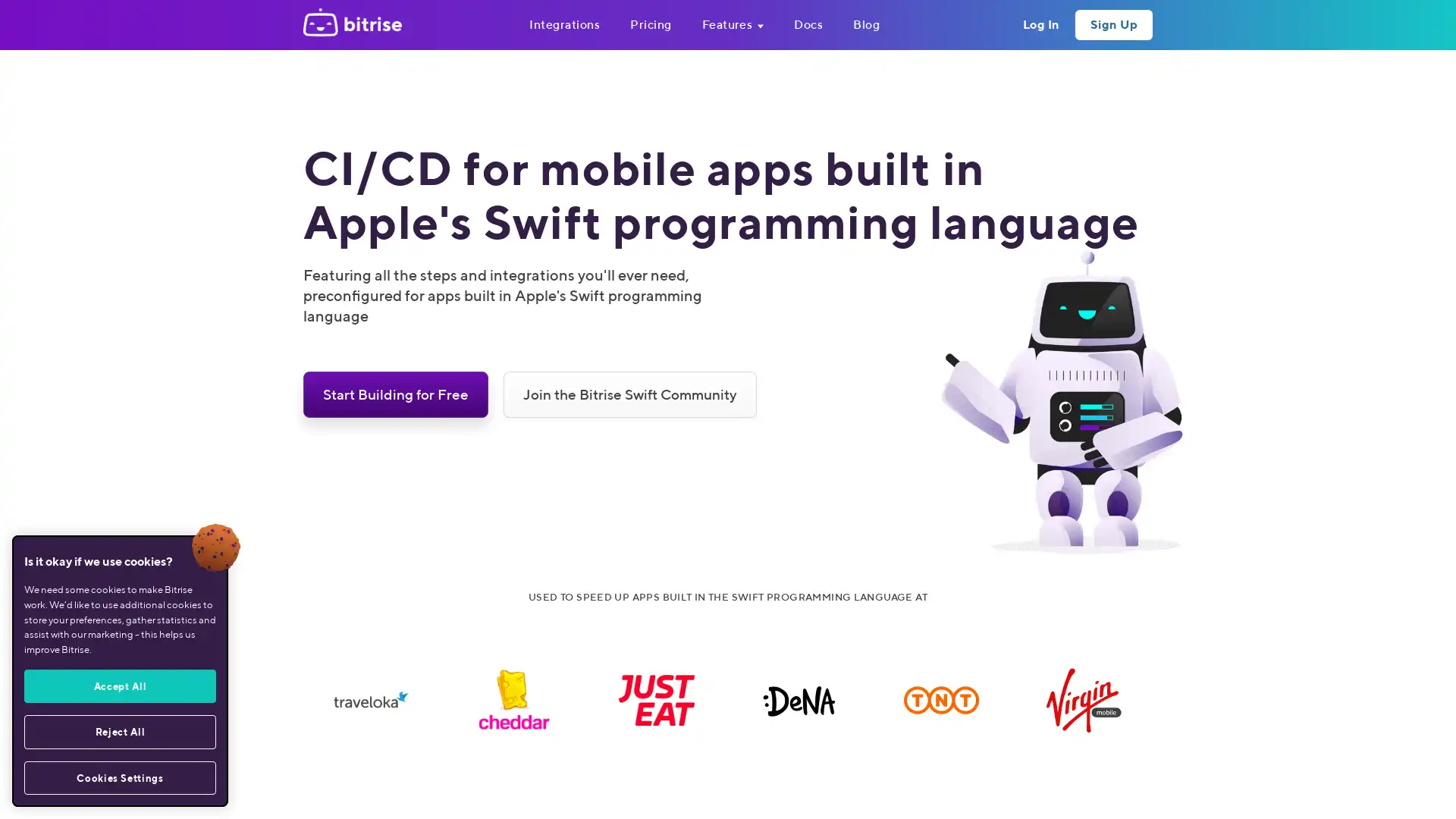 Image resolution: width=1456 pixels, height=819 pixels. I want to click on Cookies Settings, so click(119, 777).